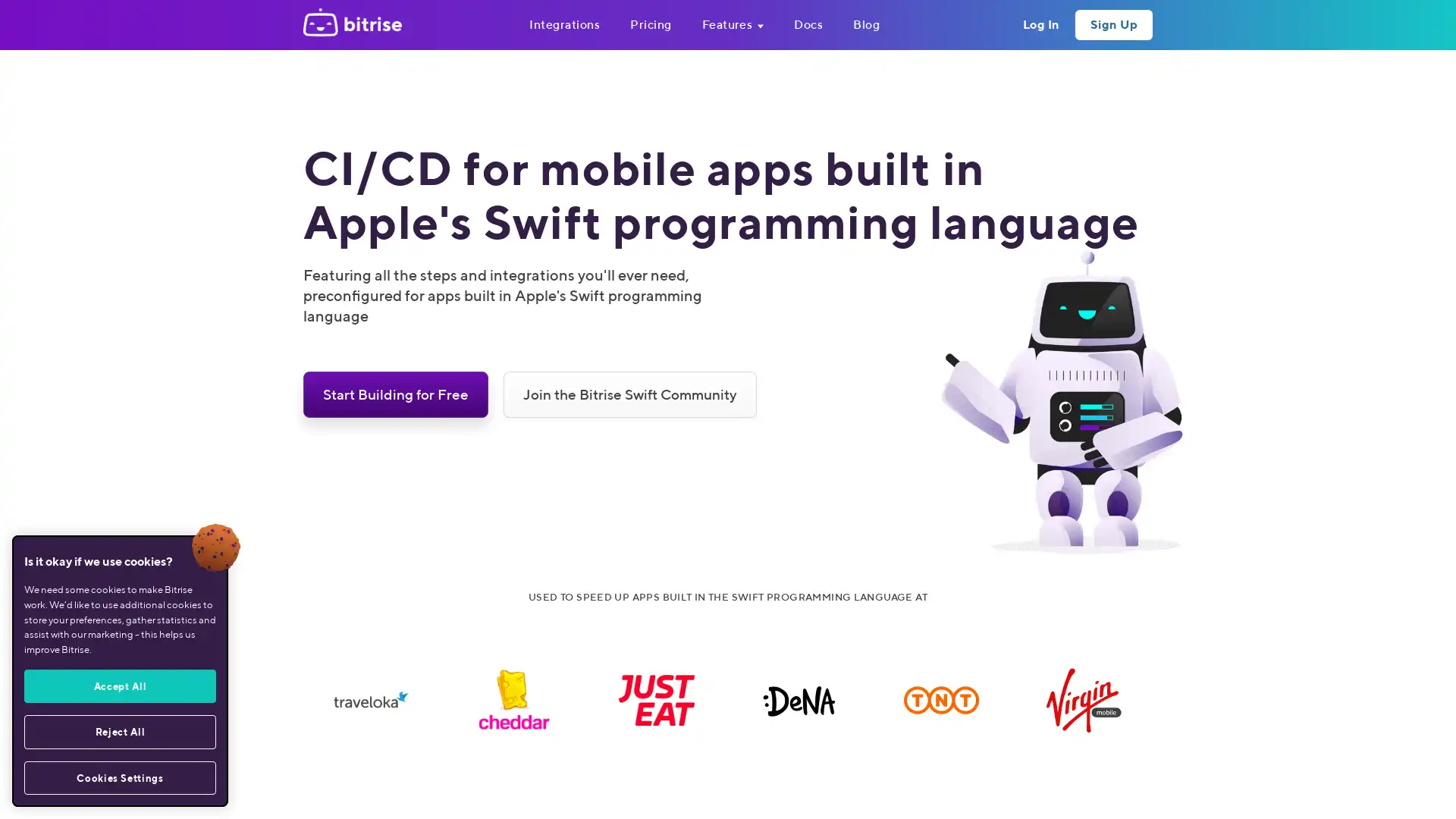 Image resolution: width=1456 pixels, height=819 pixels. I want to click on Cookies Settings, so click(119, 777).